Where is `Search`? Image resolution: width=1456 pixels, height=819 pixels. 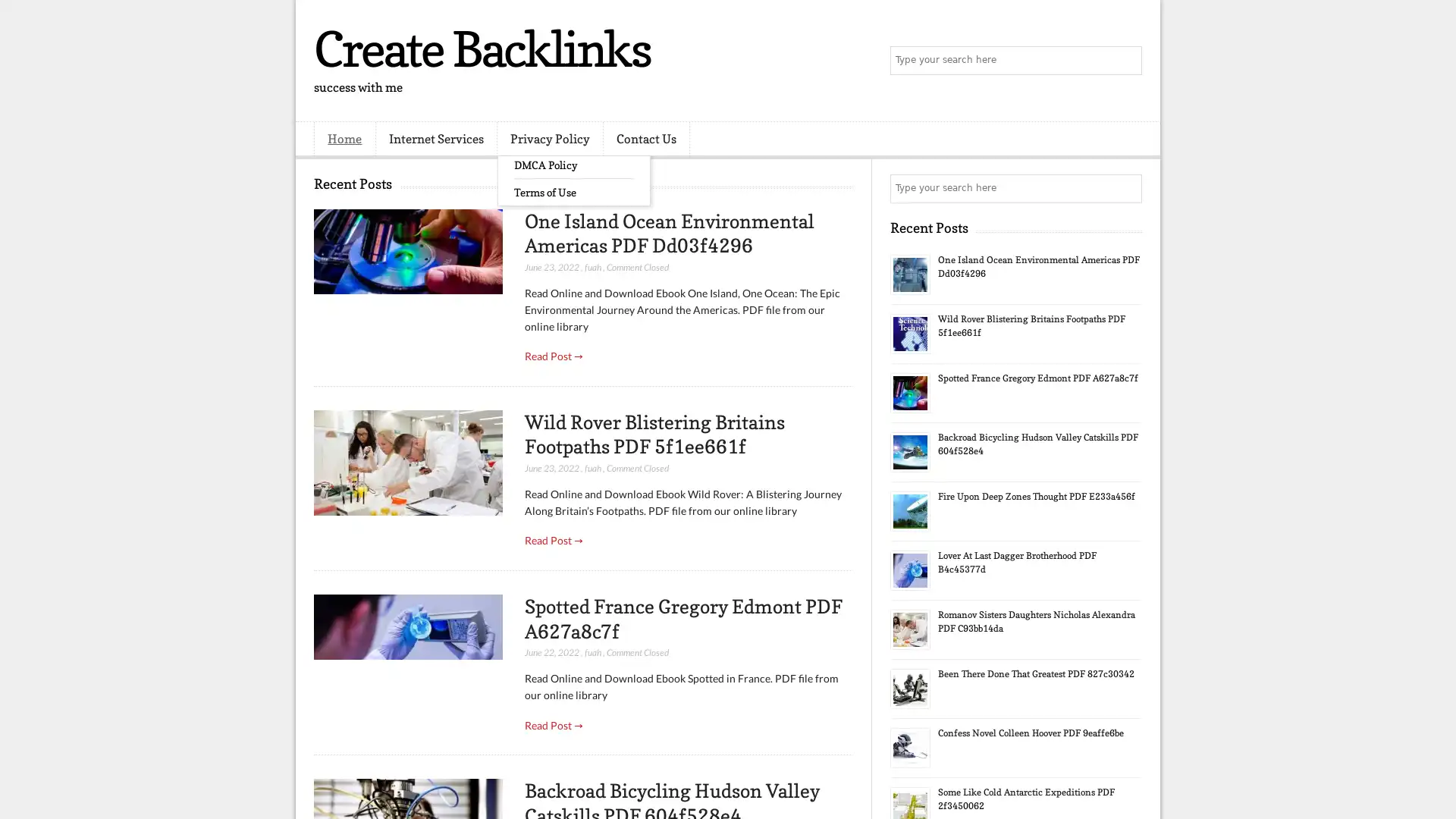 Search is located at coordinates (1126, 61).